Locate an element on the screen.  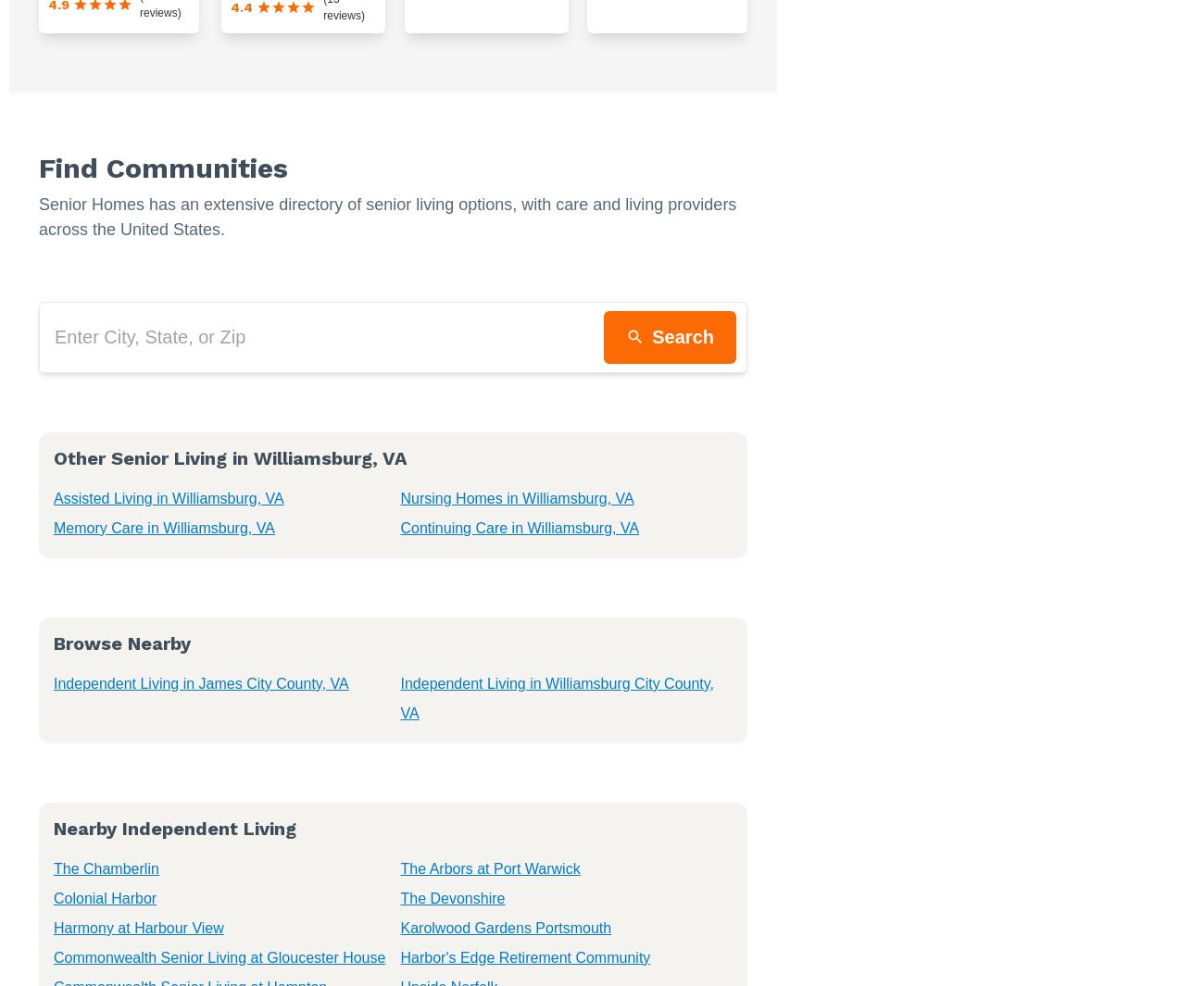
'The Arbors at Port Warwick' is located at coordinates (489, 867).